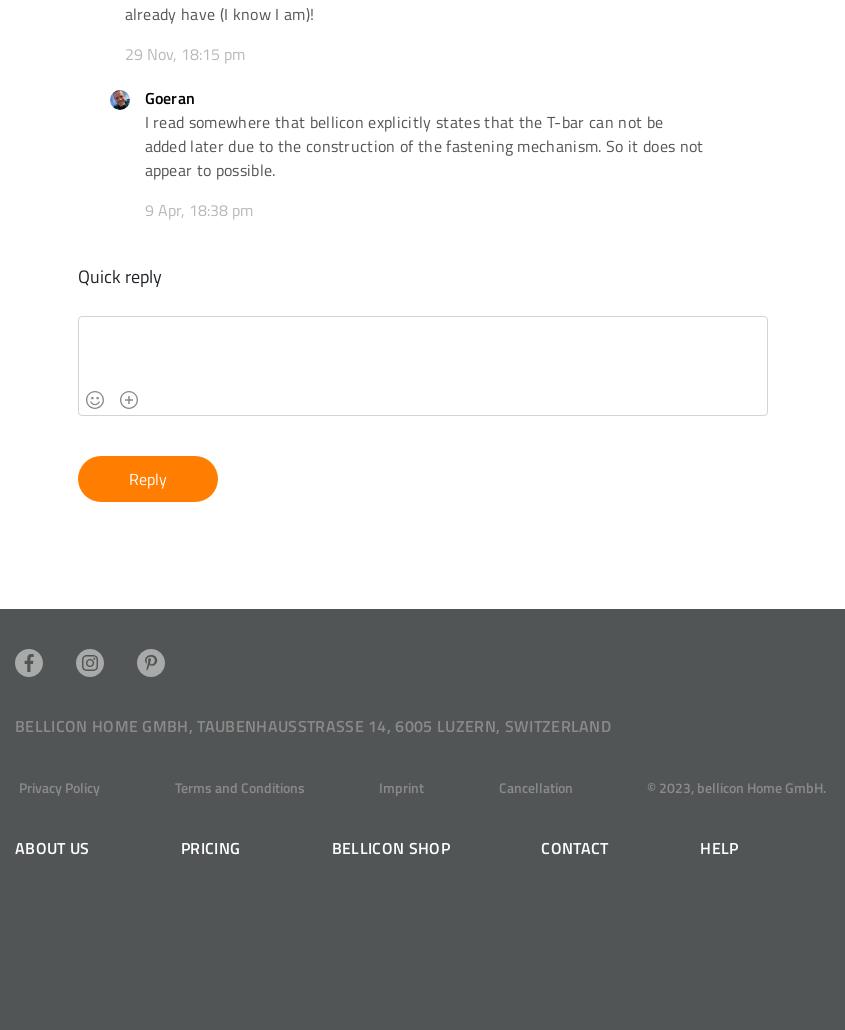  Describe the element at coordinates (183, 53) in the screenshot. I see `'29 Nov, 18:15 pm'` at that location.